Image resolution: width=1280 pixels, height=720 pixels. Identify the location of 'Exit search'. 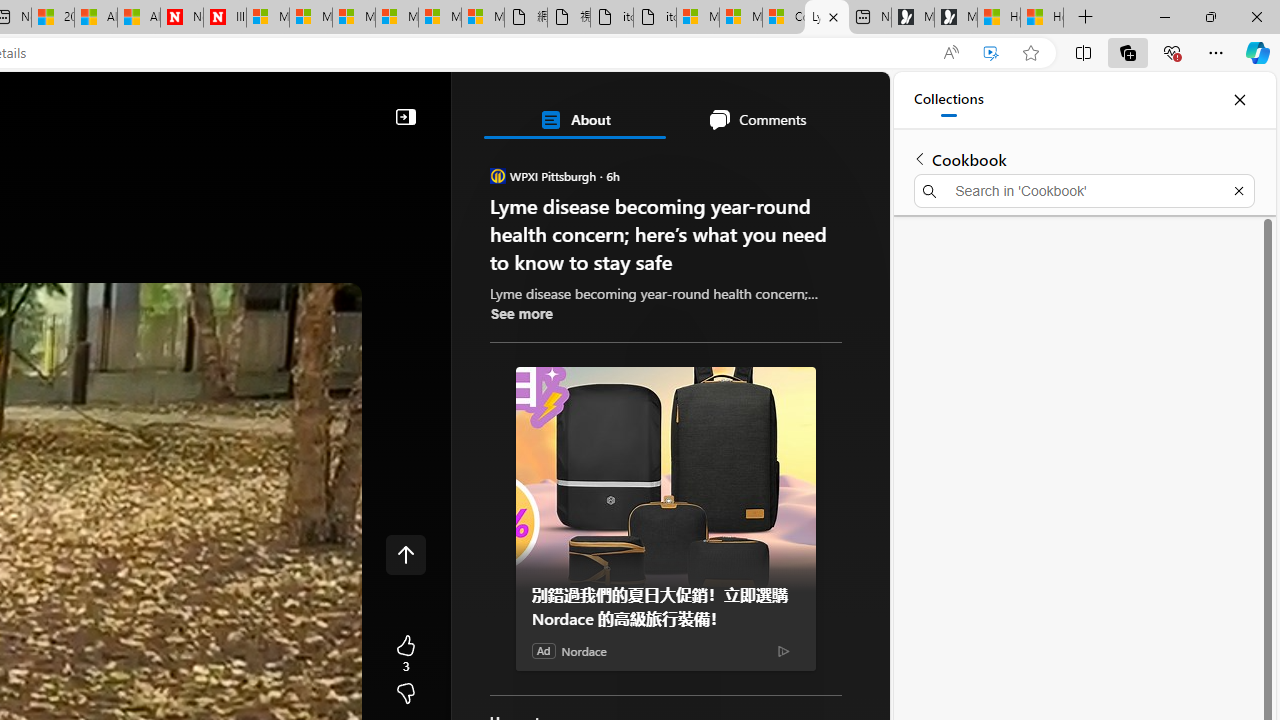
(1238, 191).